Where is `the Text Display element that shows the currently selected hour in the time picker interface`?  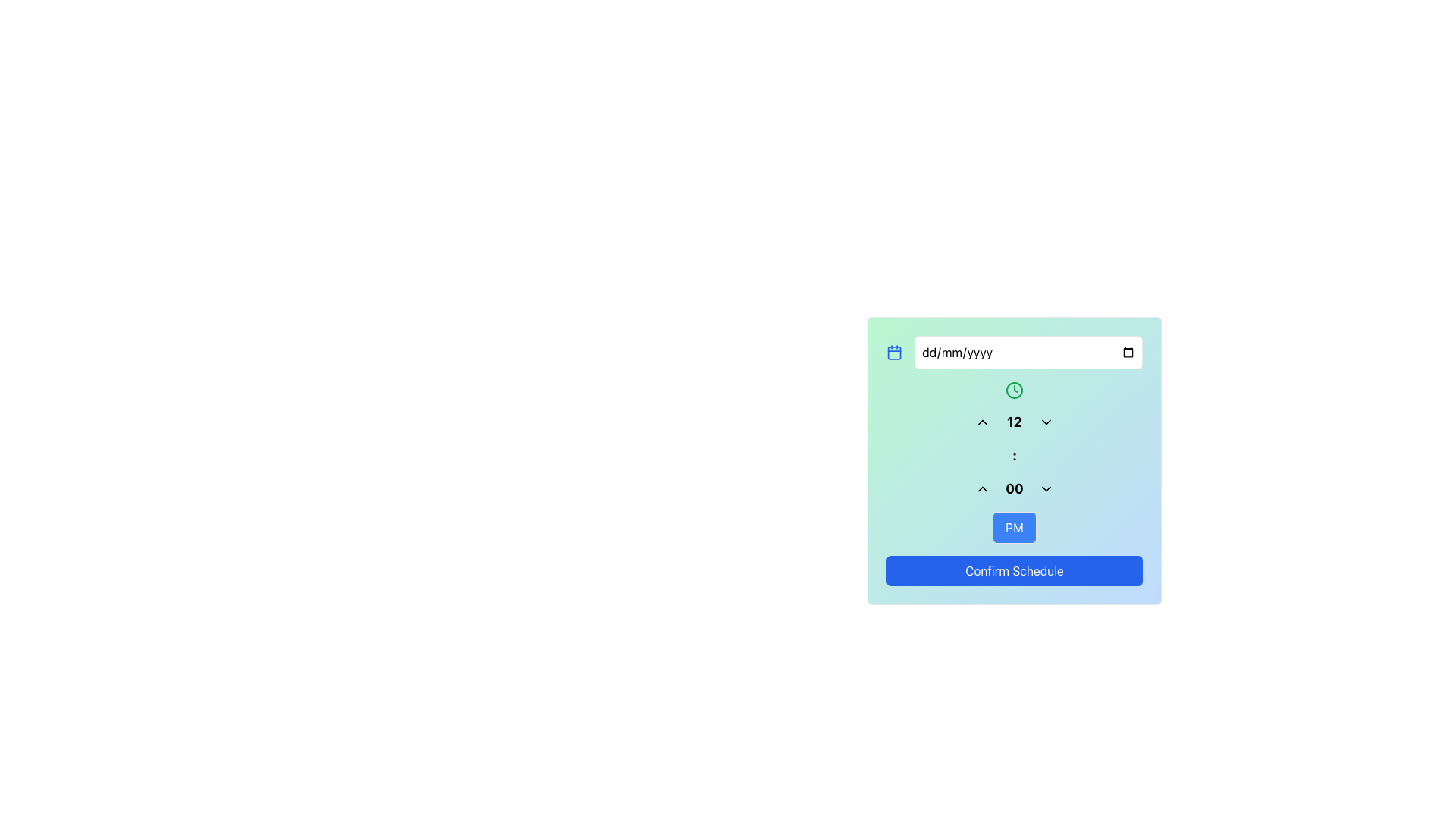 the Text Display element that shows the currently selected hour in the time picker interface is located at coordinates (1015, 422).